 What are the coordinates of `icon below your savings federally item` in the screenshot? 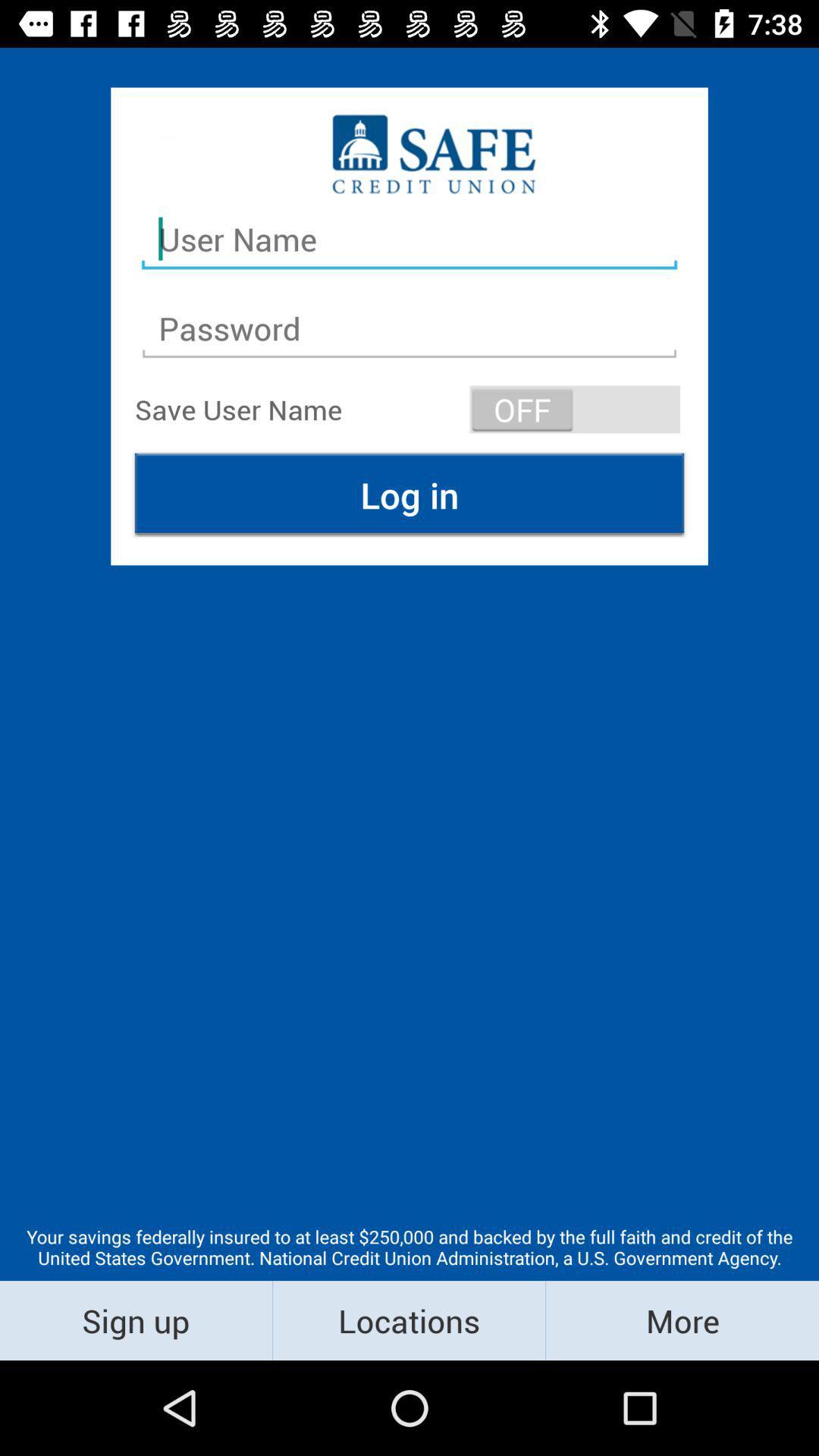 It's located at (408, 1319).